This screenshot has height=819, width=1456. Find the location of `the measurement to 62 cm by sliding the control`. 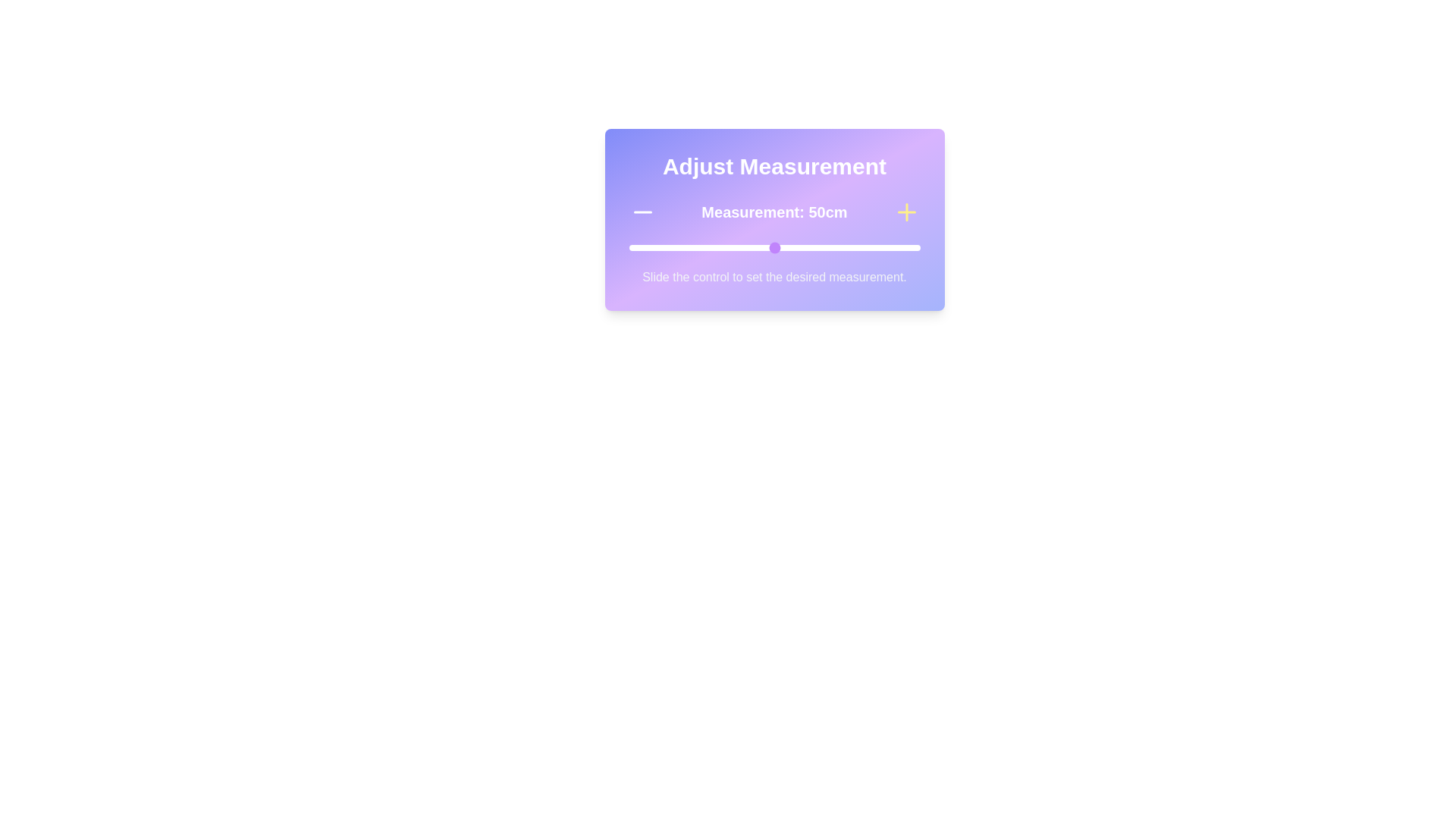

the measurement to 62 cm by sliding the control is located at coordinates (808, 247).